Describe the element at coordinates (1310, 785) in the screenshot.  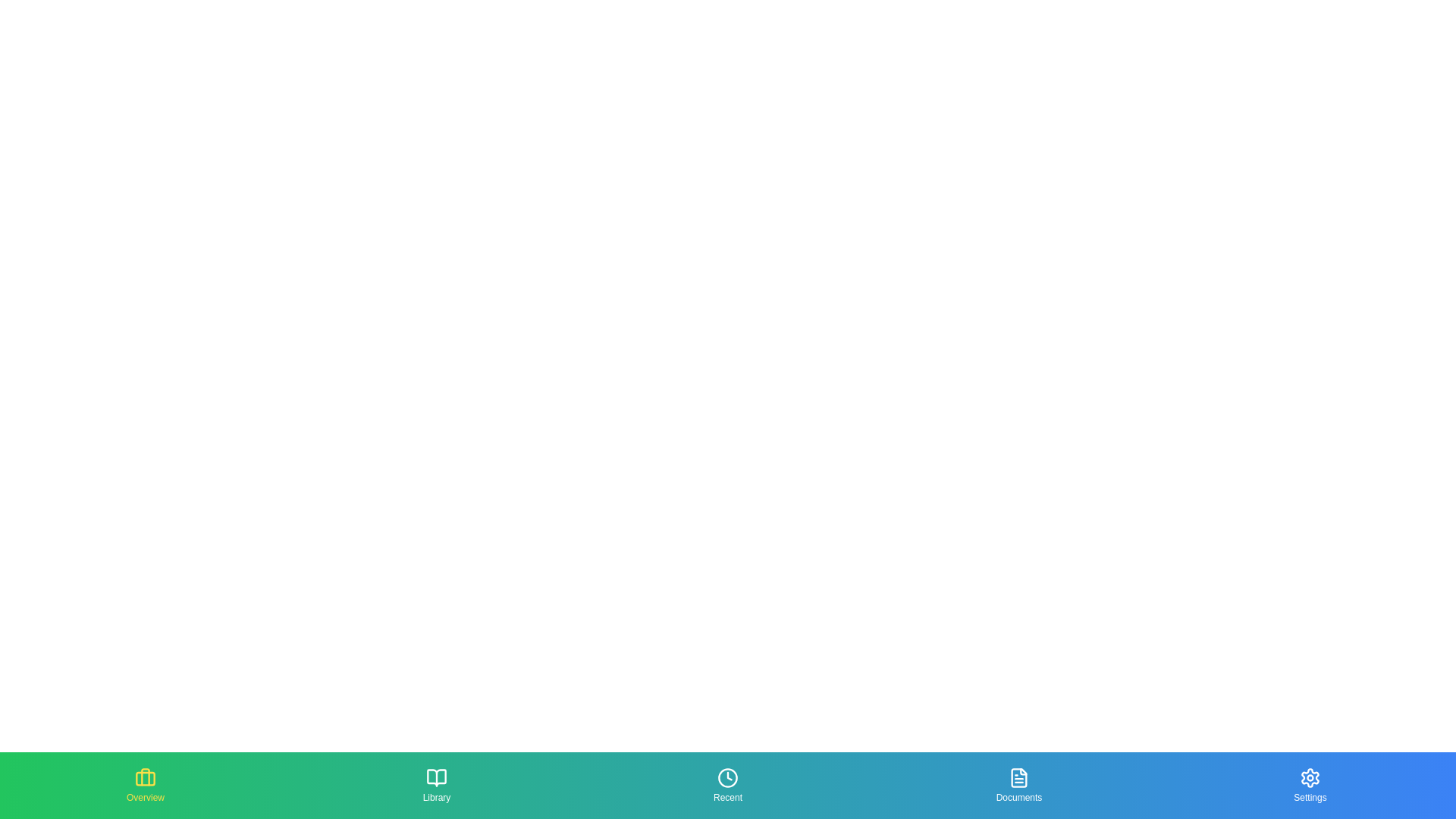
I see `the button corresponding to the Settings section` at that location.